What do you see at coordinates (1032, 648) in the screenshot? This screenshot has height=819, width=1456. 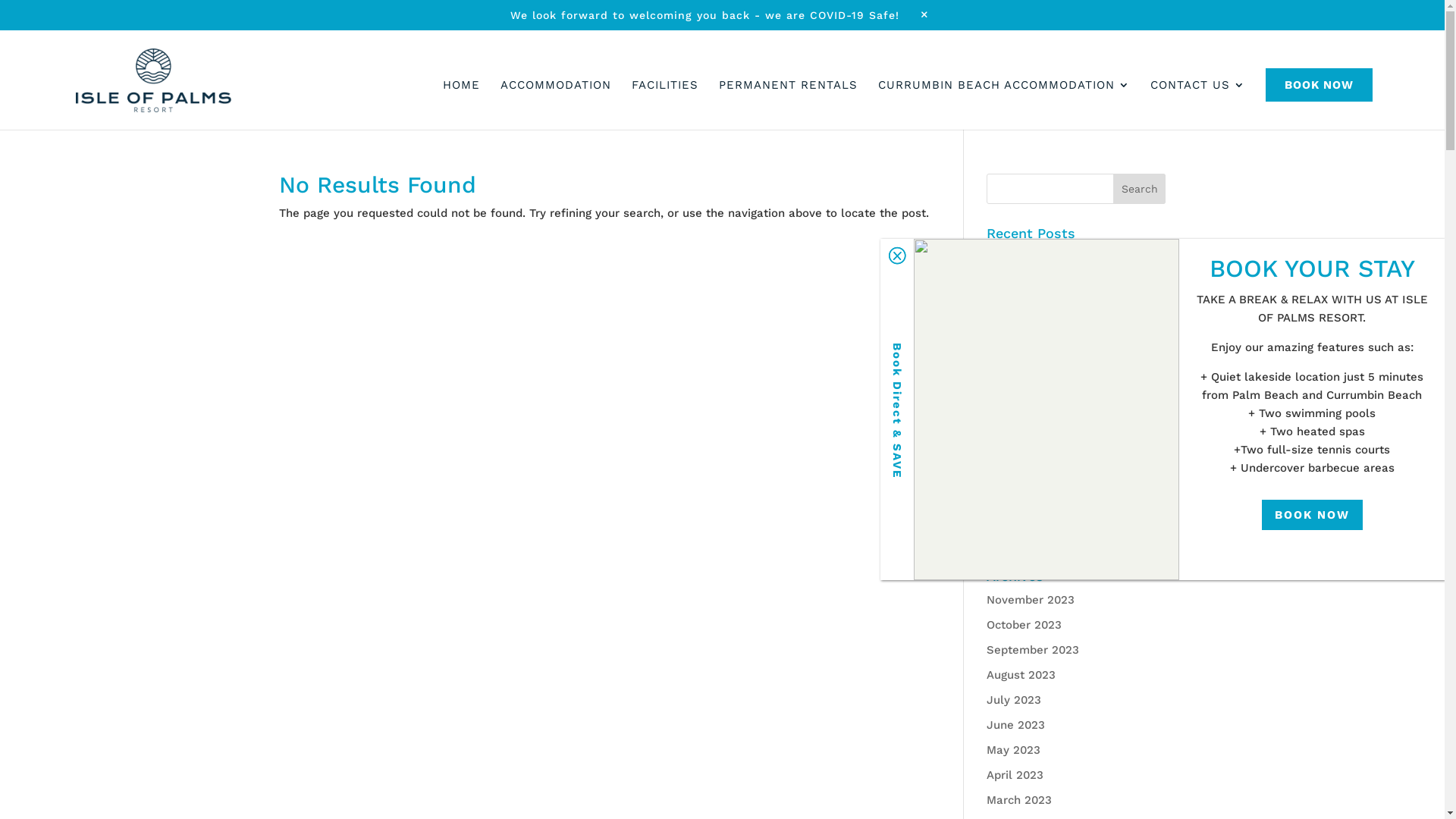 I see `'September 2023'` at bounding box center [1032, 648].